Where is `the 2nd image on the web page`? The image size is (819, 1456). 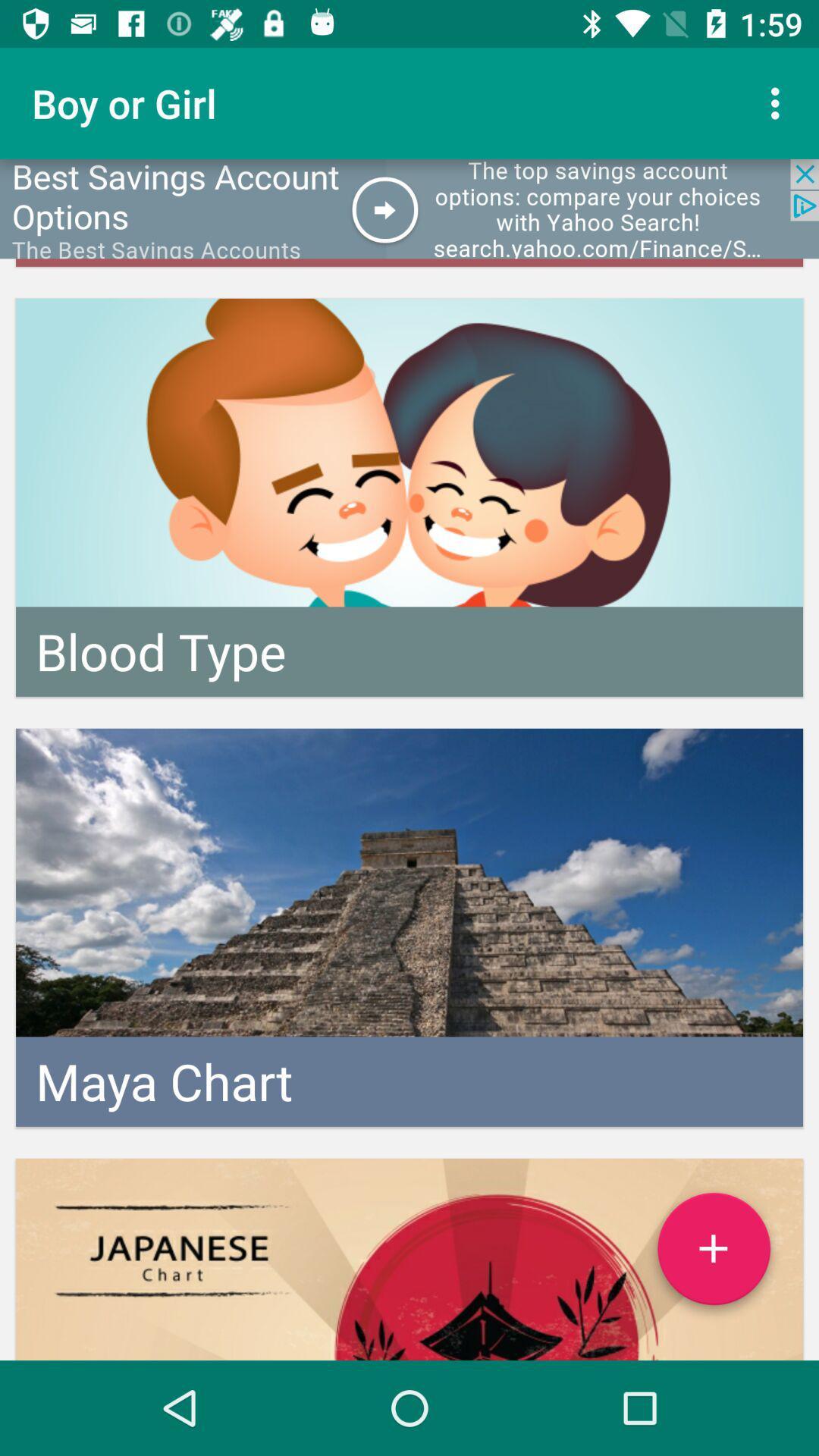 the 2nd image on the web page is located at coordinates (409, 927).